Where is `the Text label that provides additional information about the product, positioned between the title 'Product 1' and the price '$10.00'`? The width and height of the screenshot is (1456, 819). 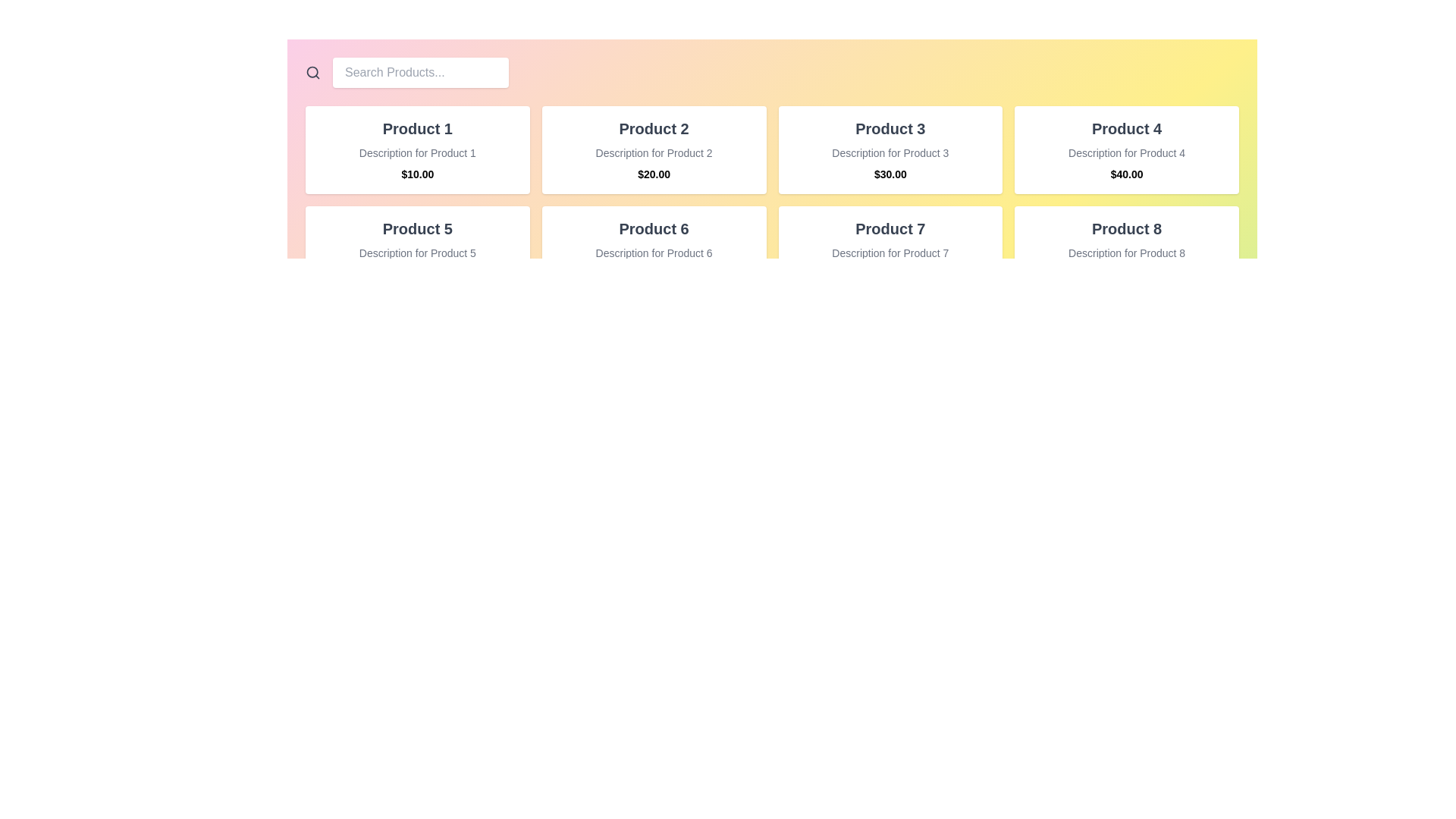
the Text label that provides additional information about the product, positioned between the title 'Product 1' and the price '$10.00' is located at coordinates (417, 152).